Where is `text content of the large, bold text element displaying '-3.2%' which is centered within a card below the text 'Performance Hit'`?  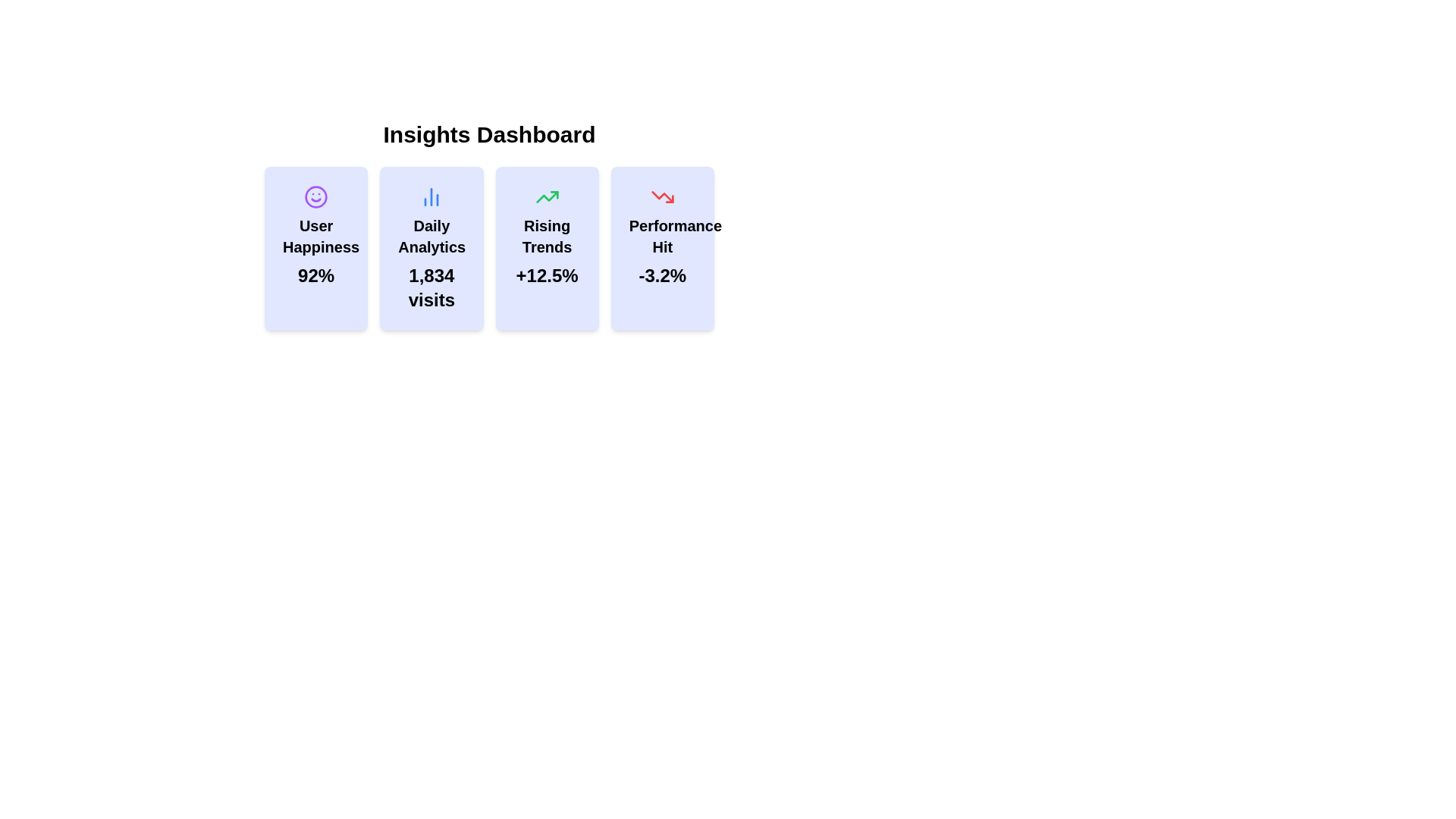
text content of the large, bold text element displaying '-3.2%' which is centered within a card below the text 'Performance Hit' is located at coordinates (662, 275).